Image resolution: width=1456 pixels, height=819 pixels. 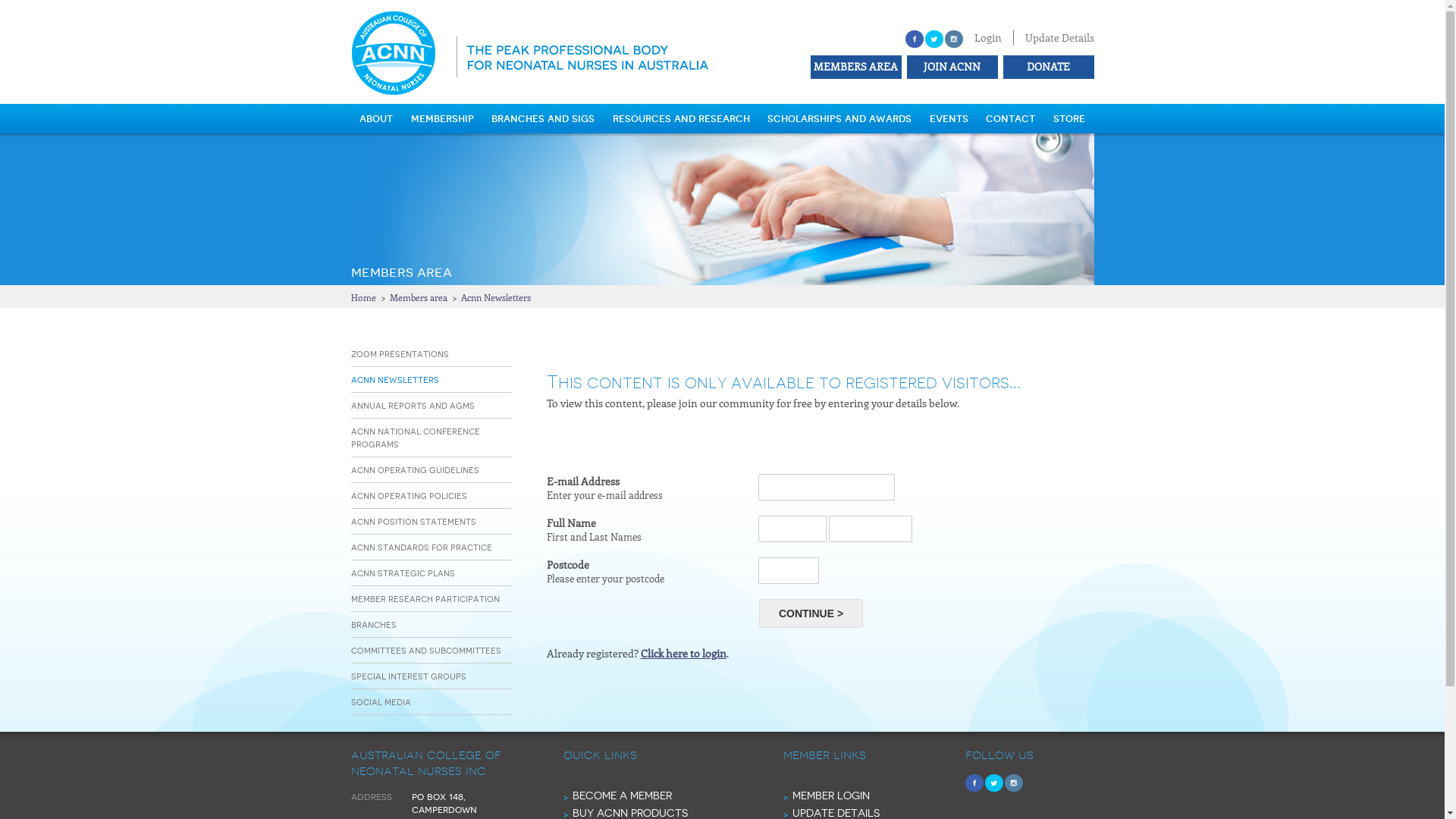 What do you see at coordinates (903, 65) in the screenshot?
I see `'JOIN ACNN'` at bounding box center [903, 65].